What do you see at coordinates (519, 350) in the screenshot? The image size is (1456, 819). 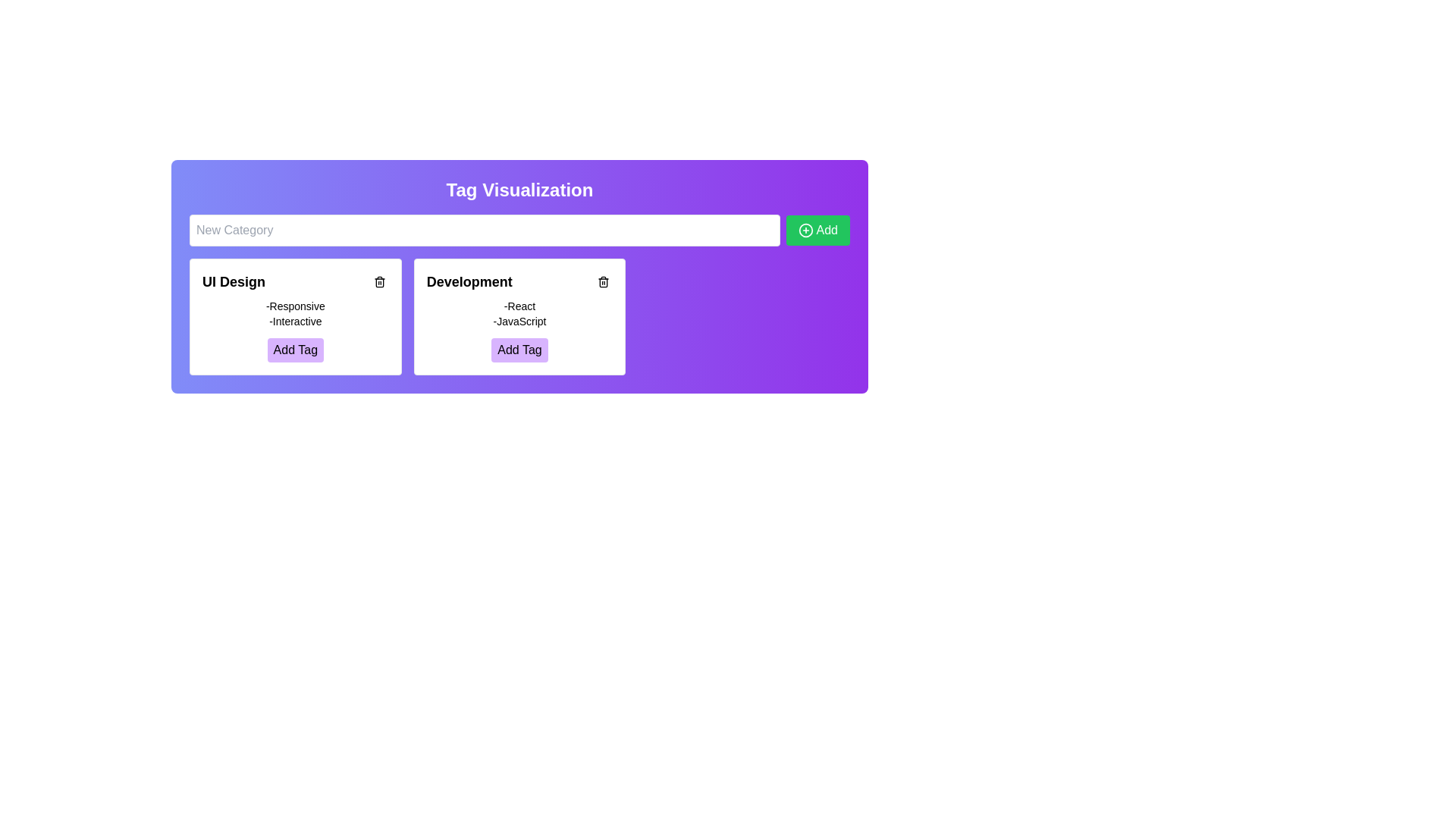 I see `the second 'Add Tag' button located in the 'Development' card, which is positioned to the right of the 'UI Design' card` at bounding box center [519, 350].